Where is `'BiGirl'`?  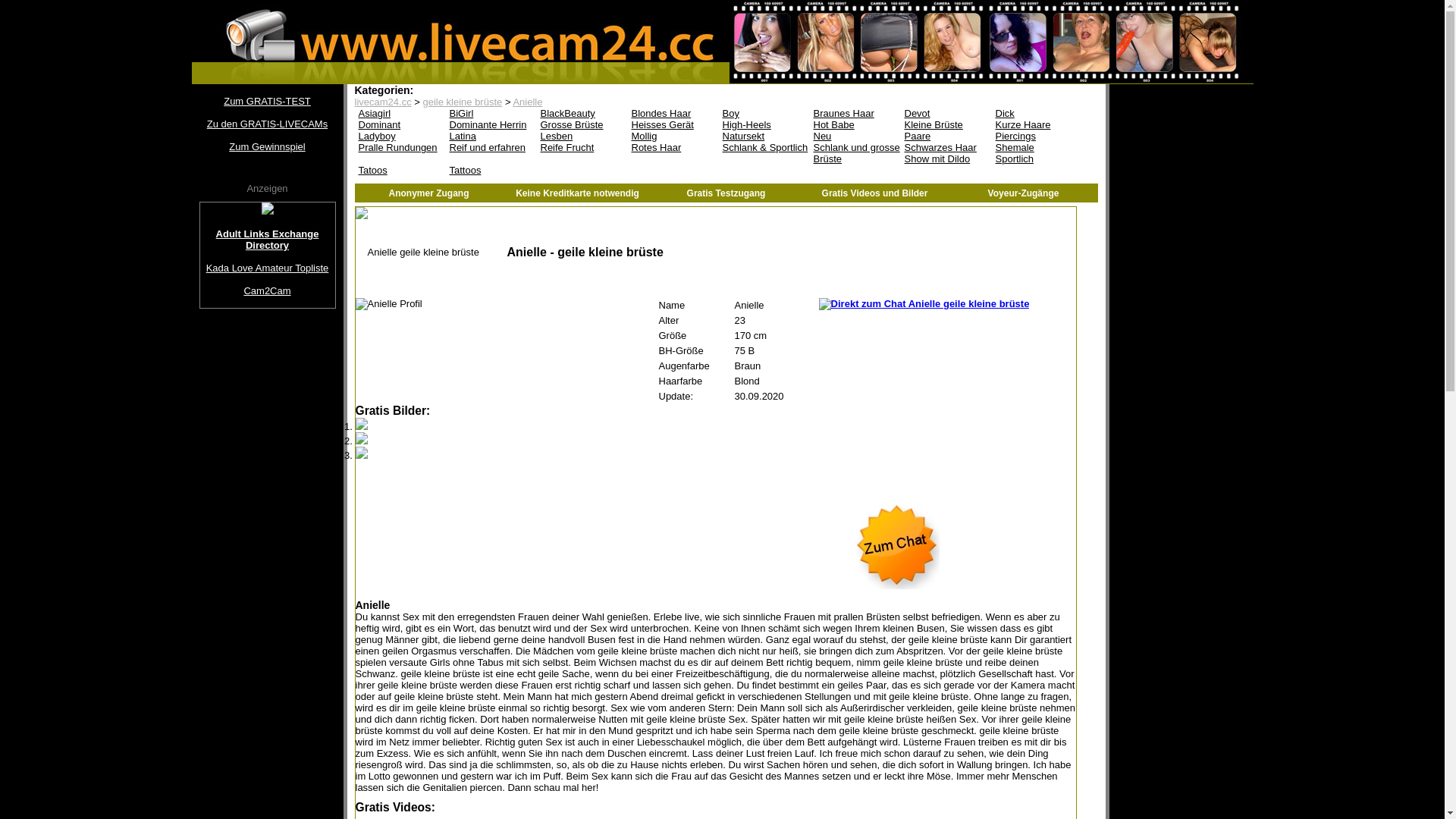 'BiGirl' is located at coordinates (491, 112).